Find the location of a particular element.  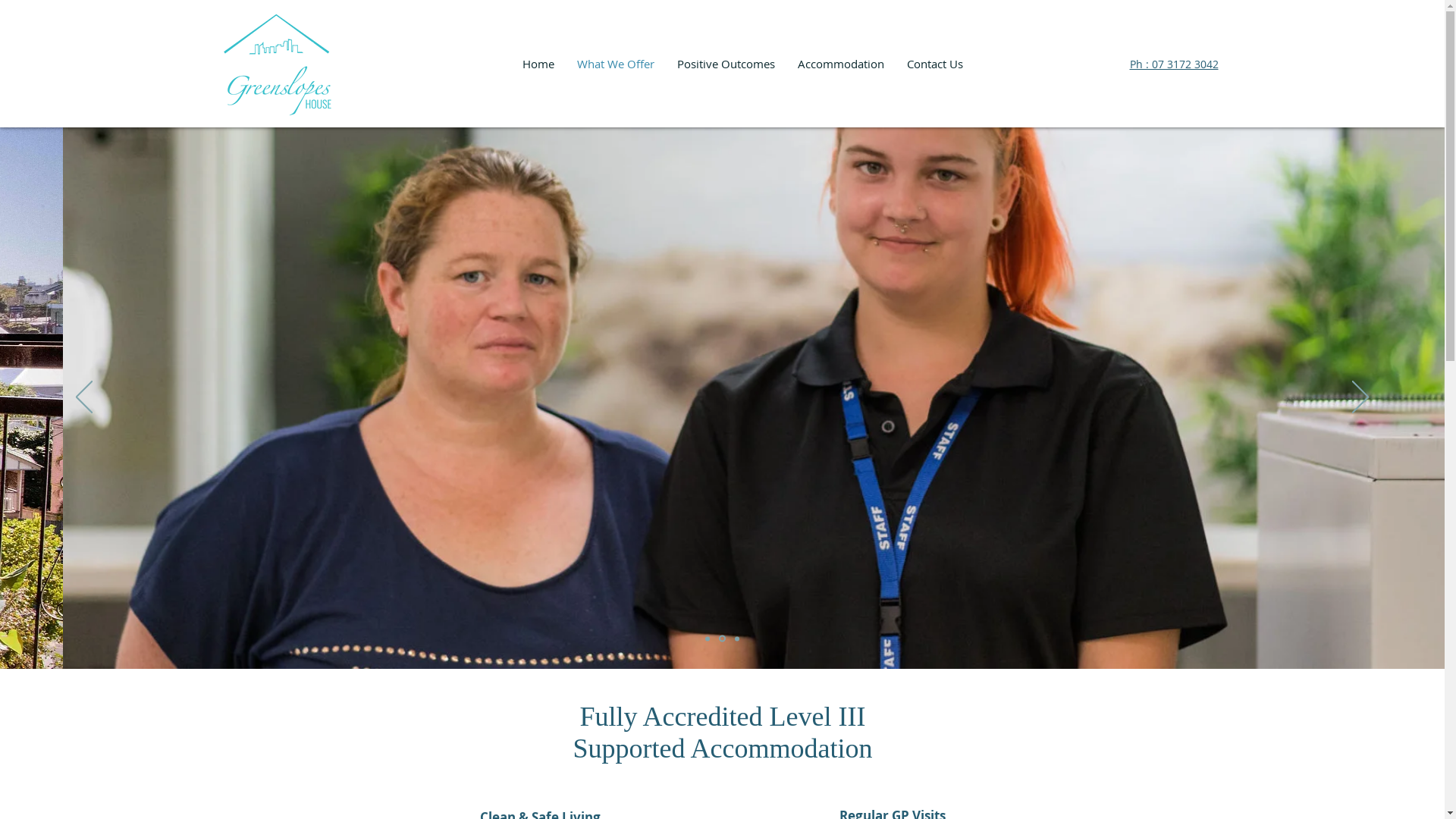

'Accommodation' is located at coordinates (786, 63).